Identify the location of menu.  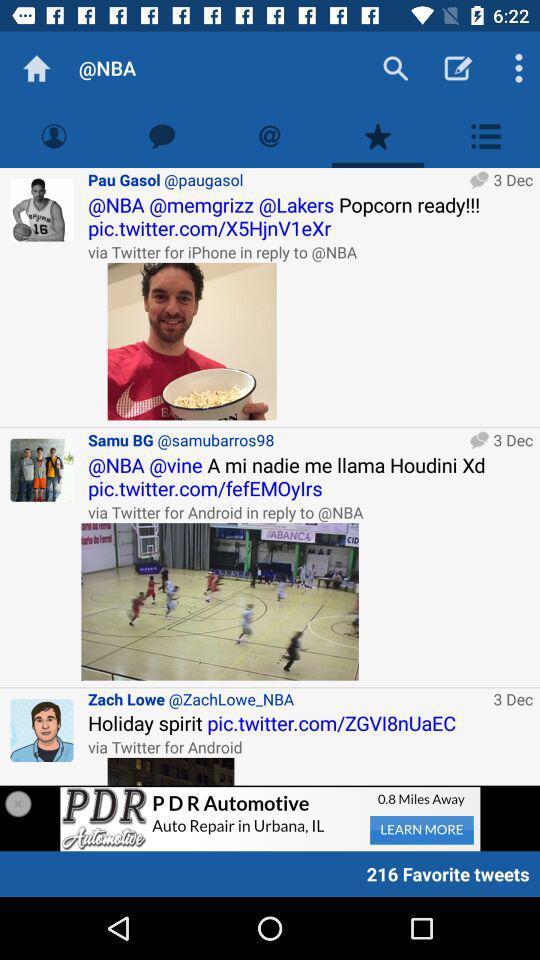
(485, 135).